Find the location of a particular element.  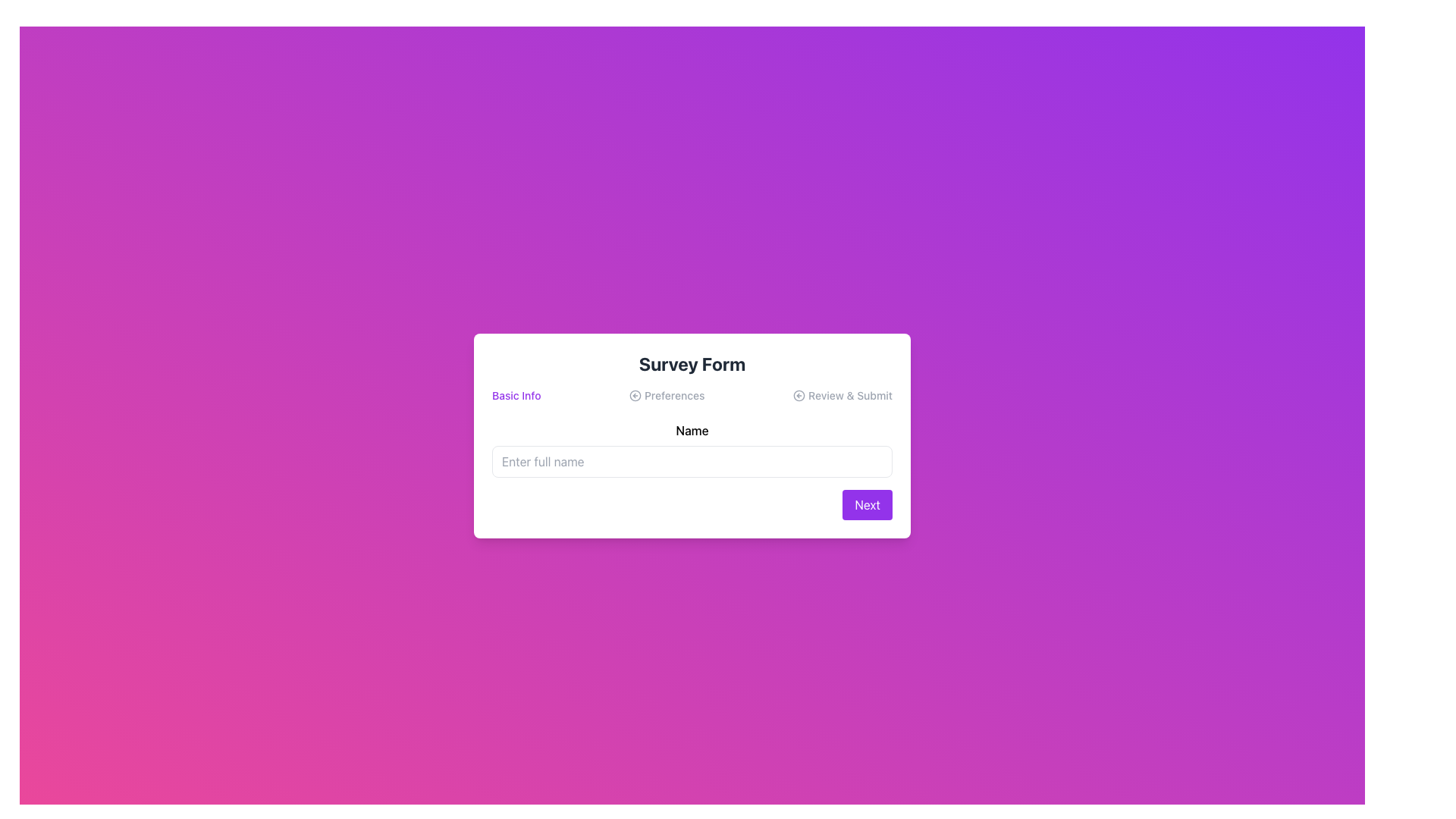

the circular arrow icon, which resembles a 'back' action symbol, located to the left of the 'Preferences' text in the navigation area is located at coordinates (635, 394).